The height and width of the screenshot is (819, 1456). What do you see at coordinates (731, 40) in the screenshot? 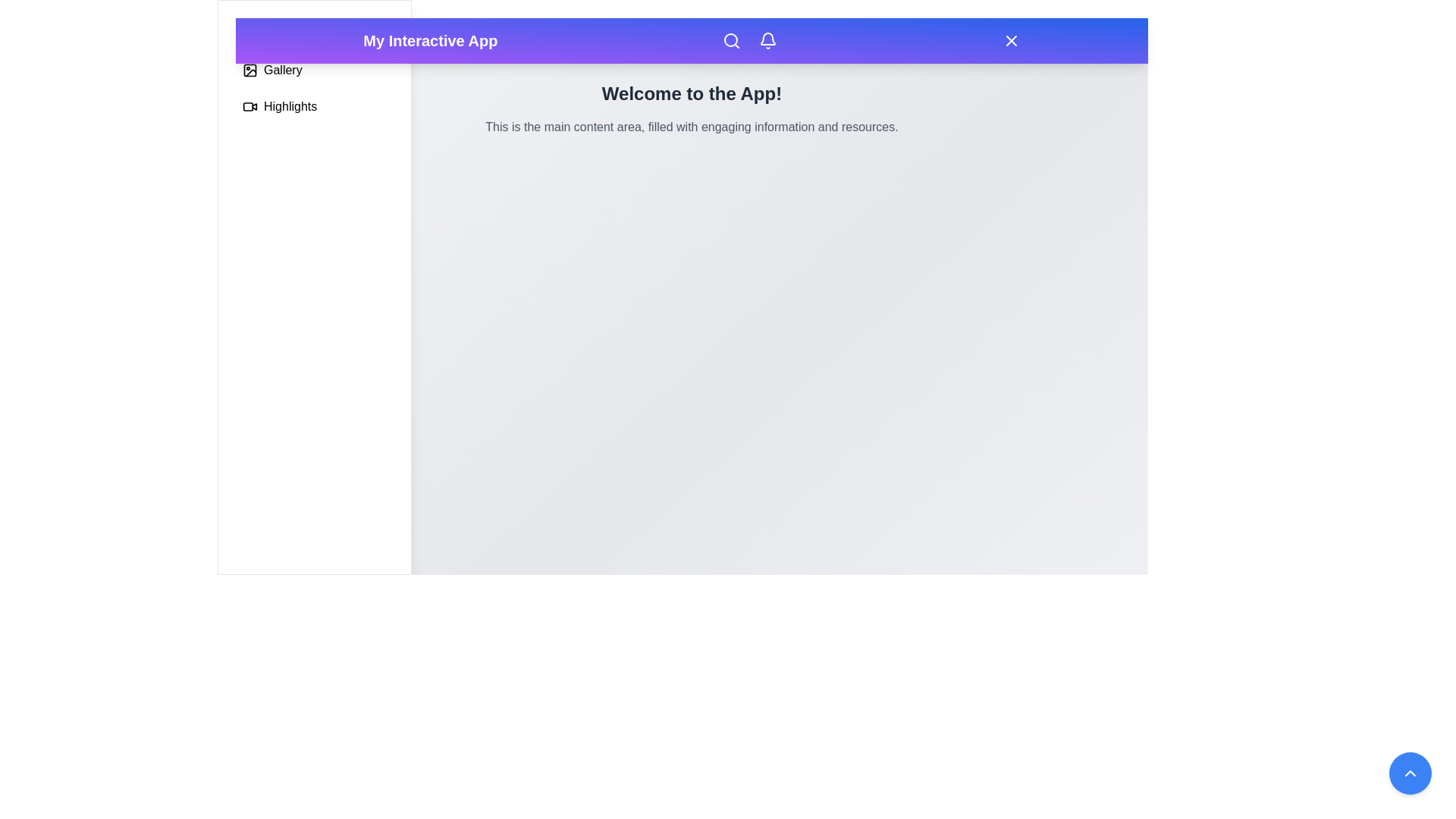
I see `the magnifying glass icon button located on the top navigation bar to change its color from white to gray` at bounding box center [731, 40].